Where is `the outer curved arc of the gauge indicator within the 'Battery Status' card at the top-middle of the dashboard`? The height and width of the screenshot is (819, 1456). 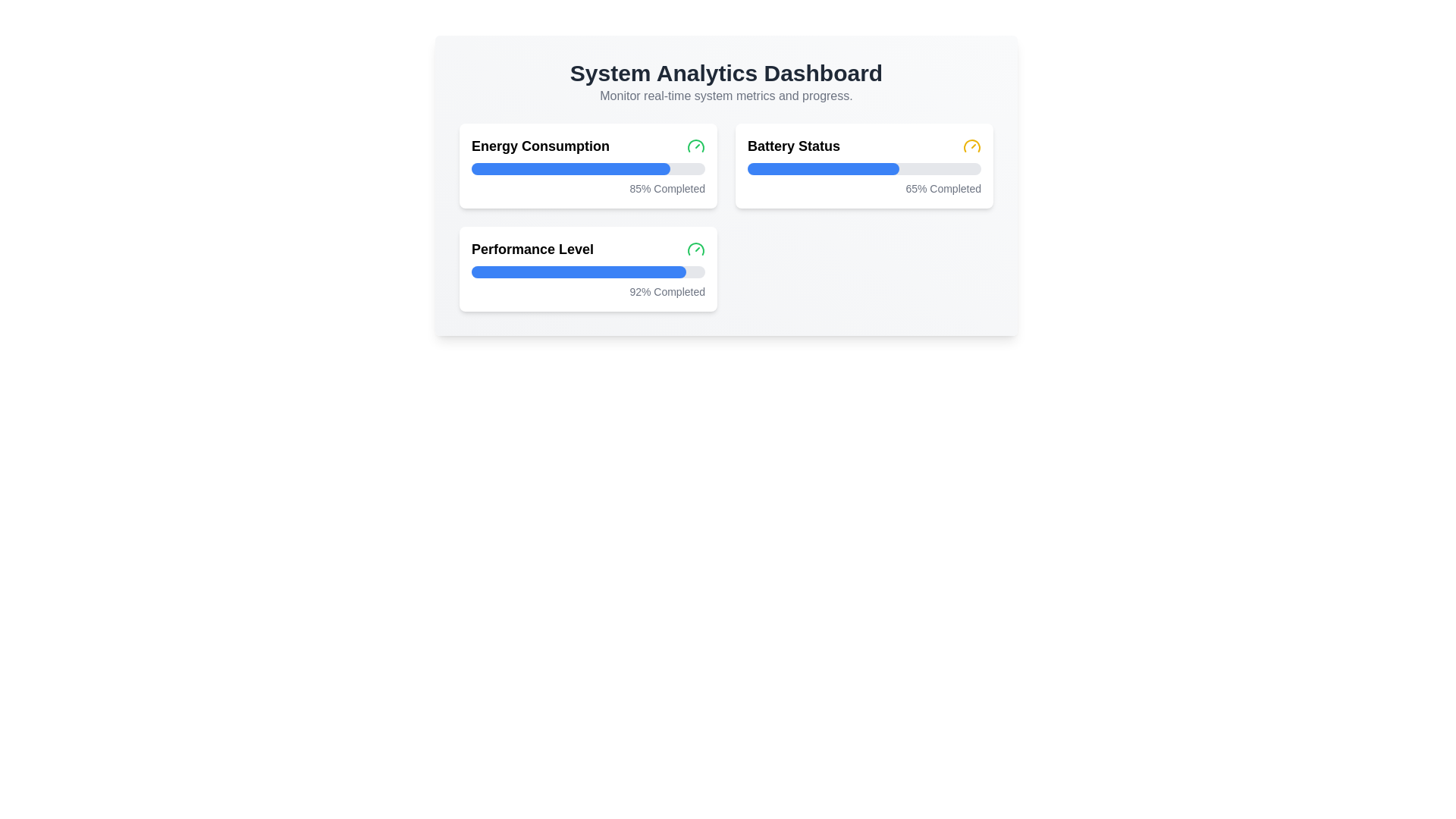
the outer curved arc of the gauge indicator within the 'Battery Status' card at the top-middle of the dashboard is located at coordinates (971, 146).